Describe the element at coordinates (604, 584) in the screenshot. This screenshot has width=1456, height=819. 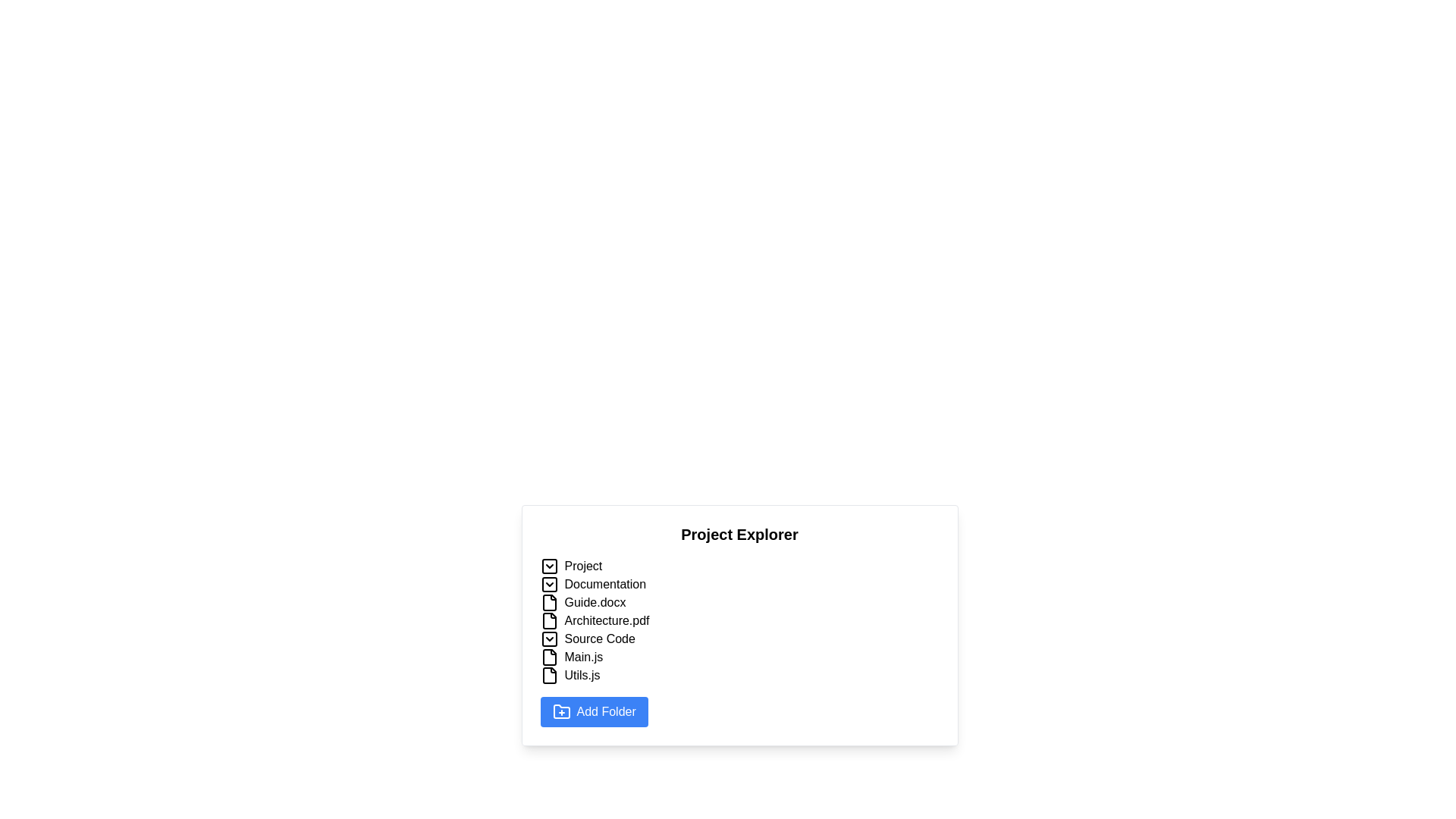
I see `on the 'Documentation' folder text label located under the 'Project' group in the file explorer interface` at that location.